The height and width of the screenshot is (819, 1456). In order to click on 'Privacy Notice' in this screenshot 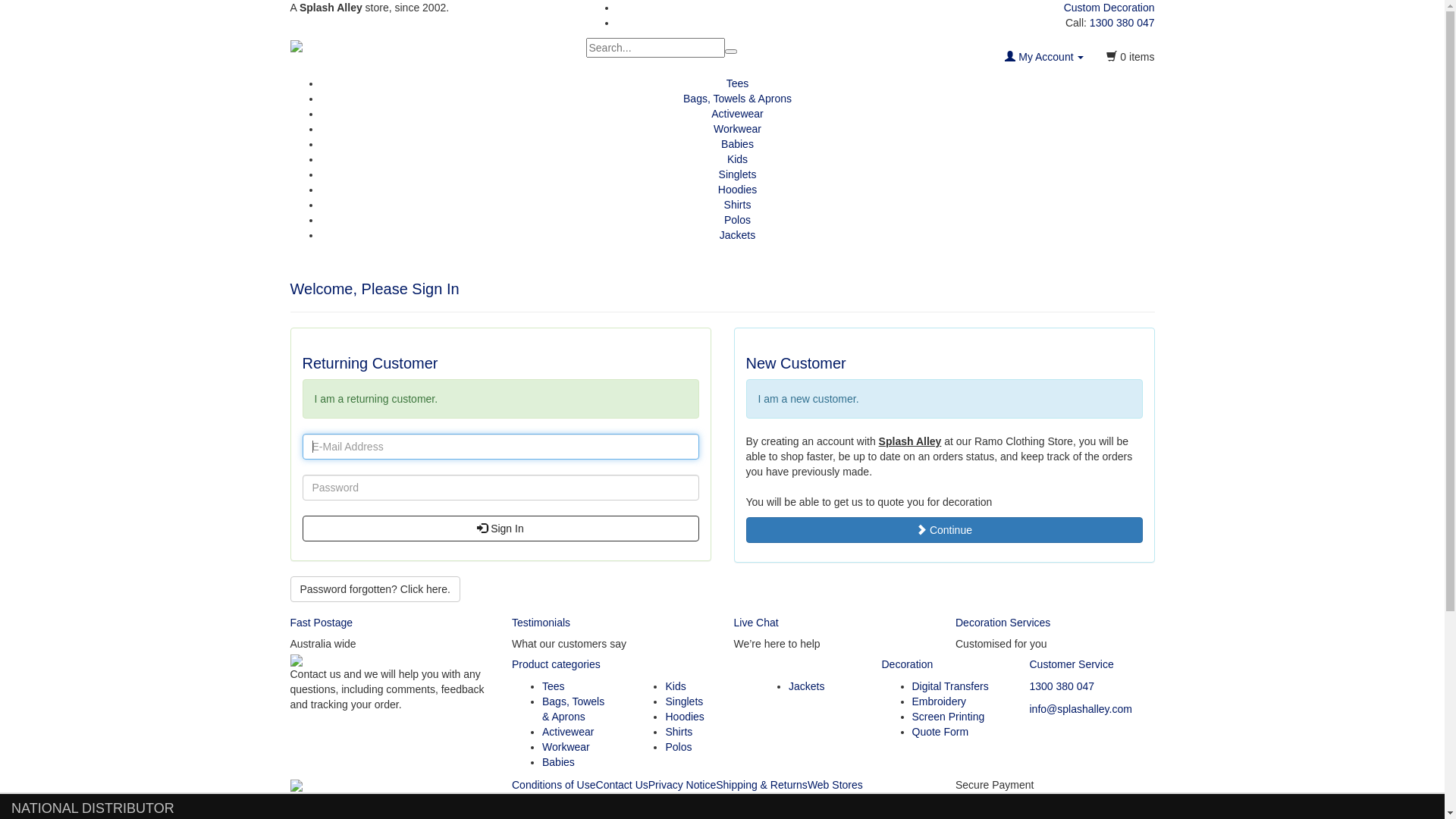, I will do `click(681, 784)`.